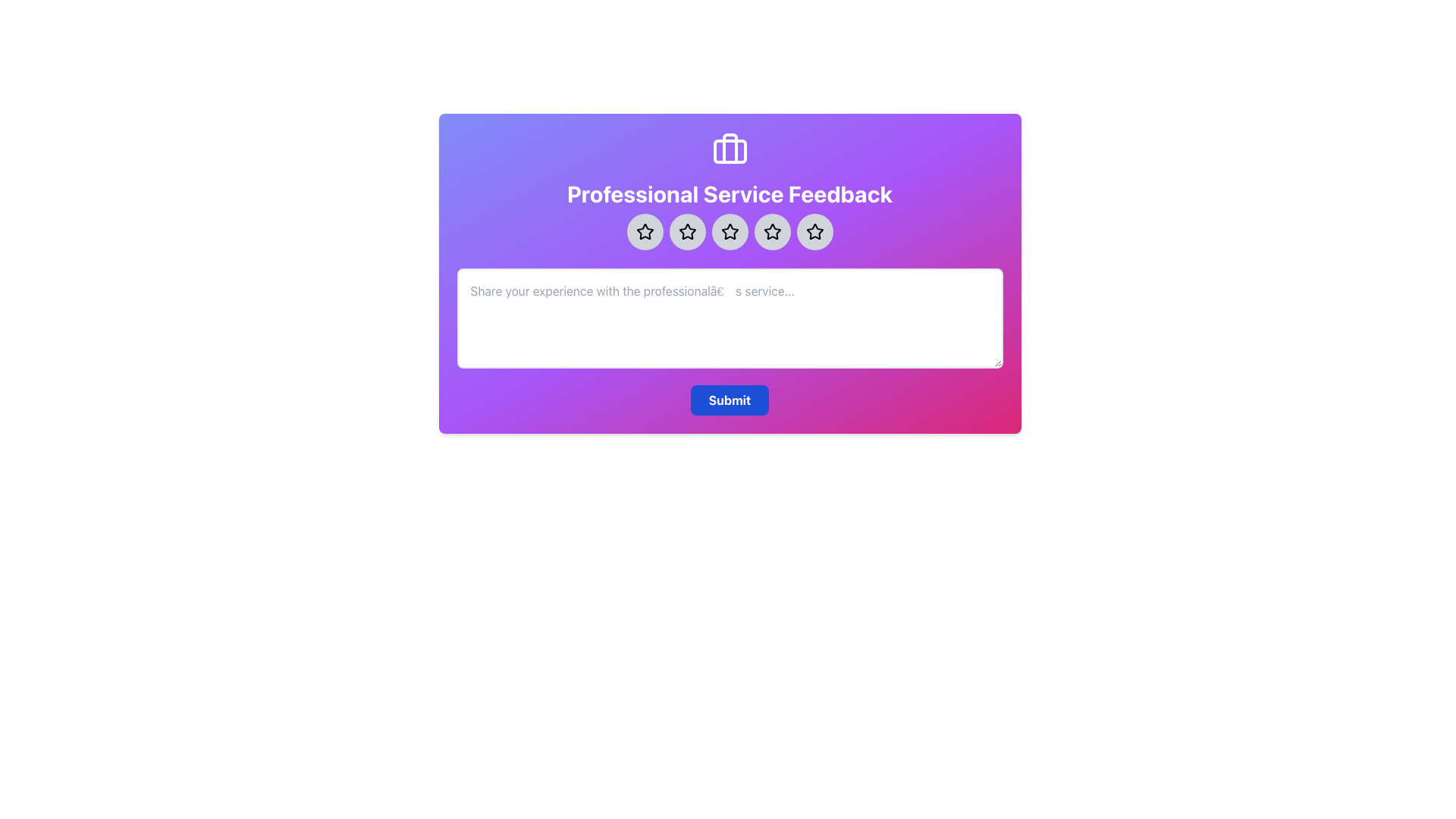 The height and width of the screenshot is (819, 1456). What do you see at coordinates (730, 231) in the screenshot?
I see `the third star icon in the rating system` at bounding box center [730, 231].